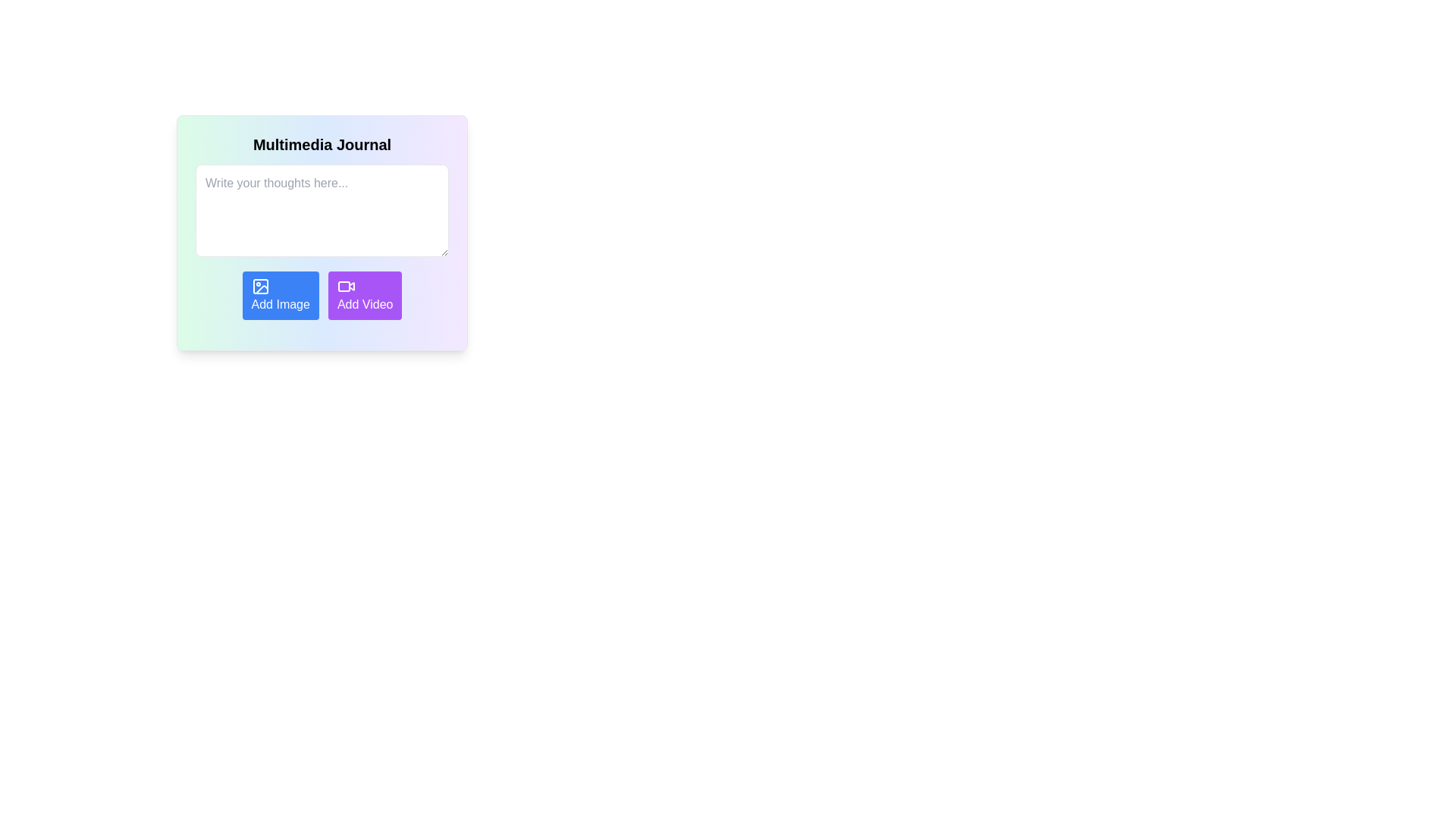 Image resolution: width=1456 pixels, height=819 pixels. What do you see at coordinates (345, 287) in the screenshot?
I see `the 'Add Video' button located on the rightmost side of the two-button row at the bottom of the interface` at bounding box center [345, 287].